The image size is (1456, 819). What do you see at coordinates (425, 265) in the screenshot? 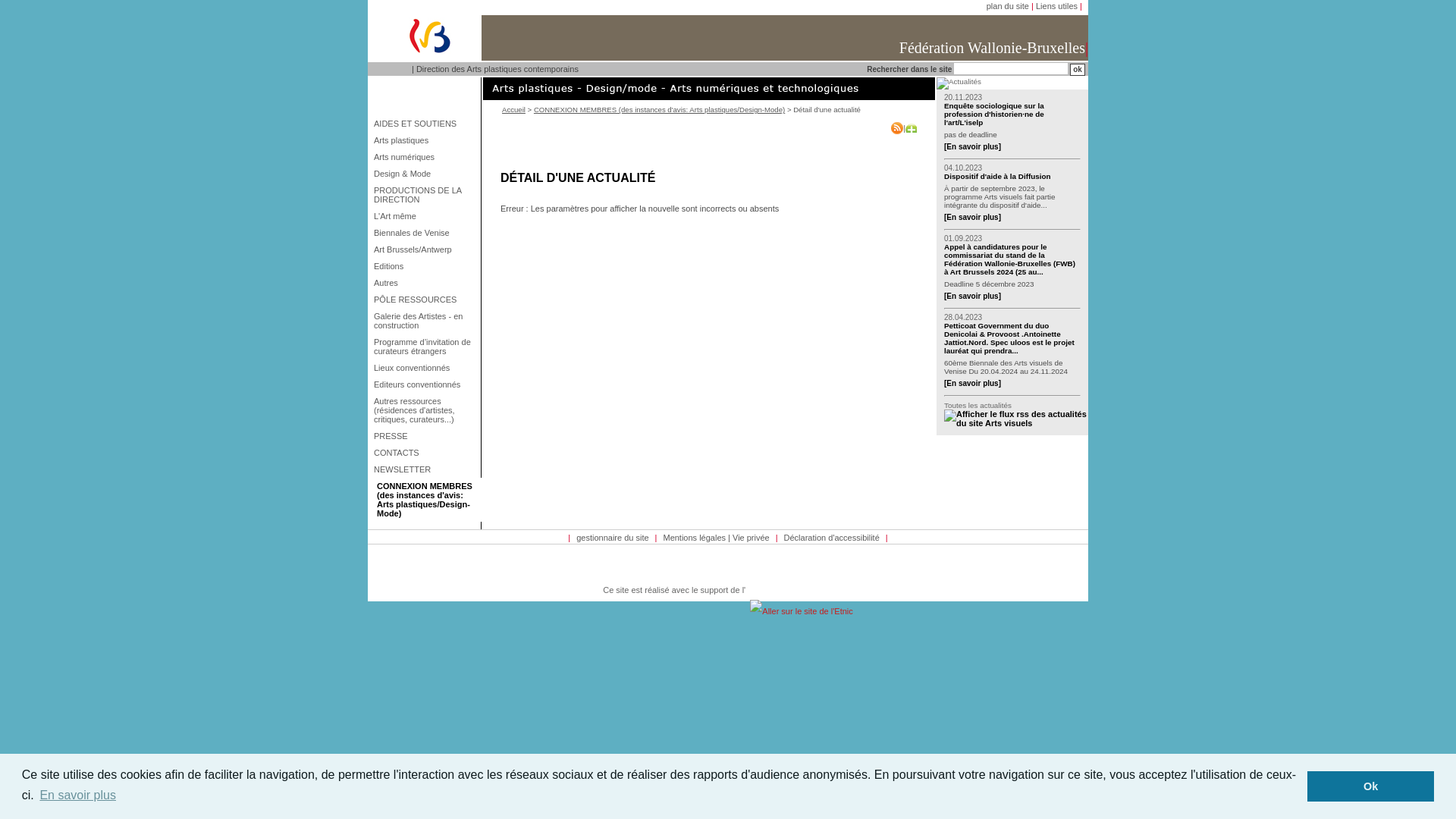
I see `'Editions'` at bounding box center [425, 265].